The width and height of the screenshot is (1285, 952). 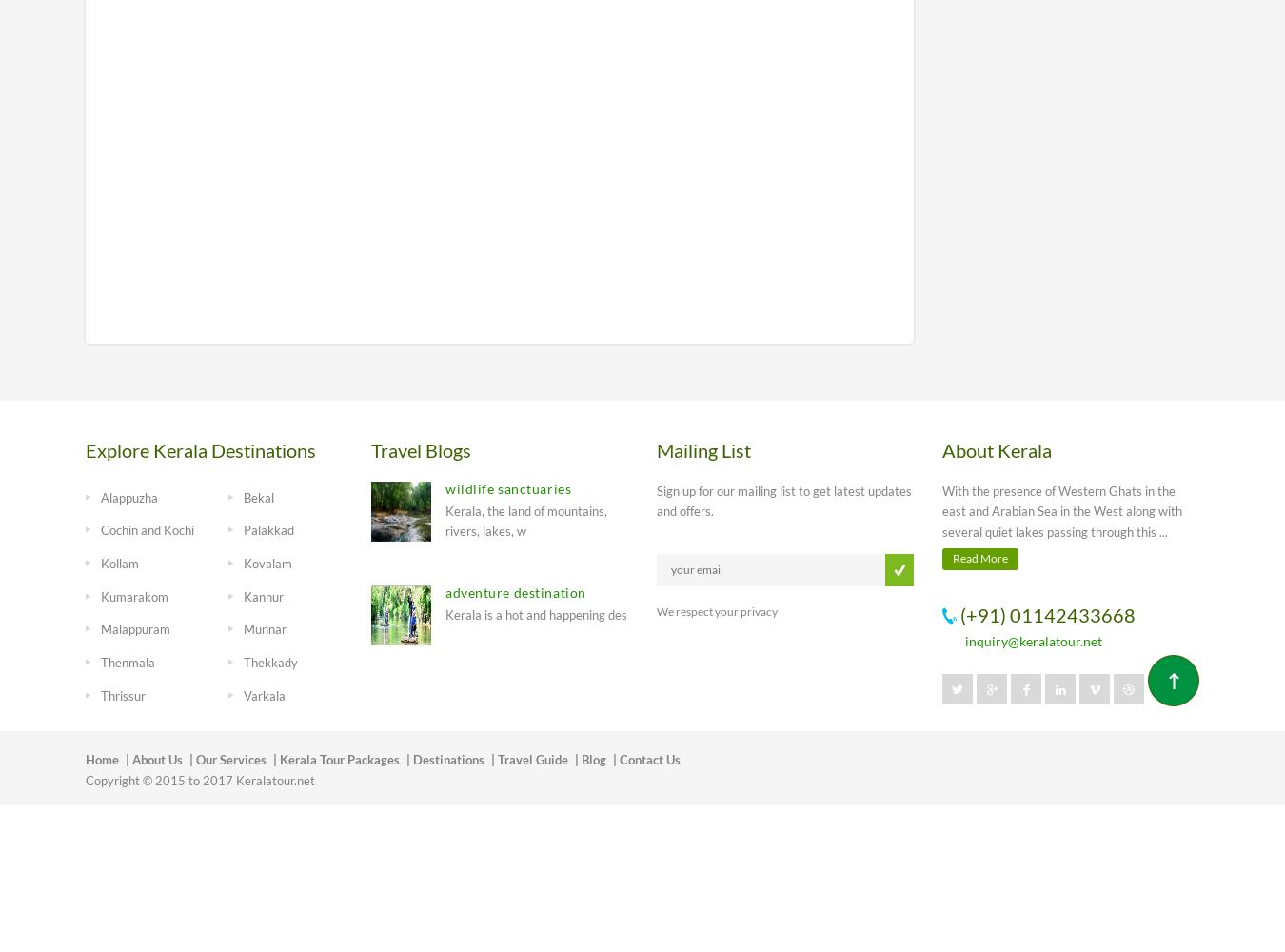 What do you see at coordinates (147, 530) in the screenshot?
I see `'Cochin and Kochi'` at bounding box center [147, 530].